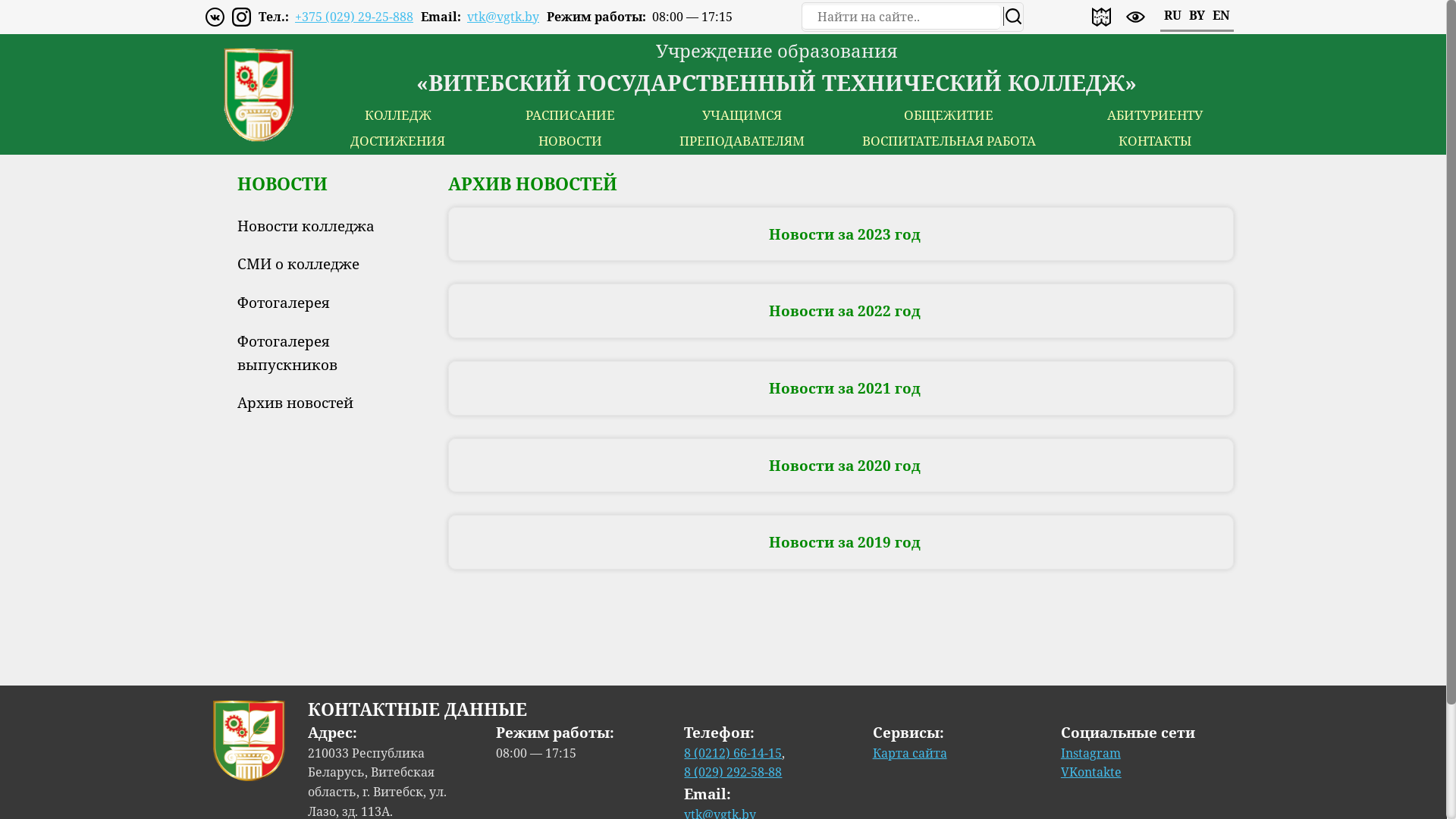 The height and width of the screenshot is (819, 1456). What do you see at coordinates (1090, 772) in the screenshot?
I see `'VKontakte'` at bounding box center [1090, 772].